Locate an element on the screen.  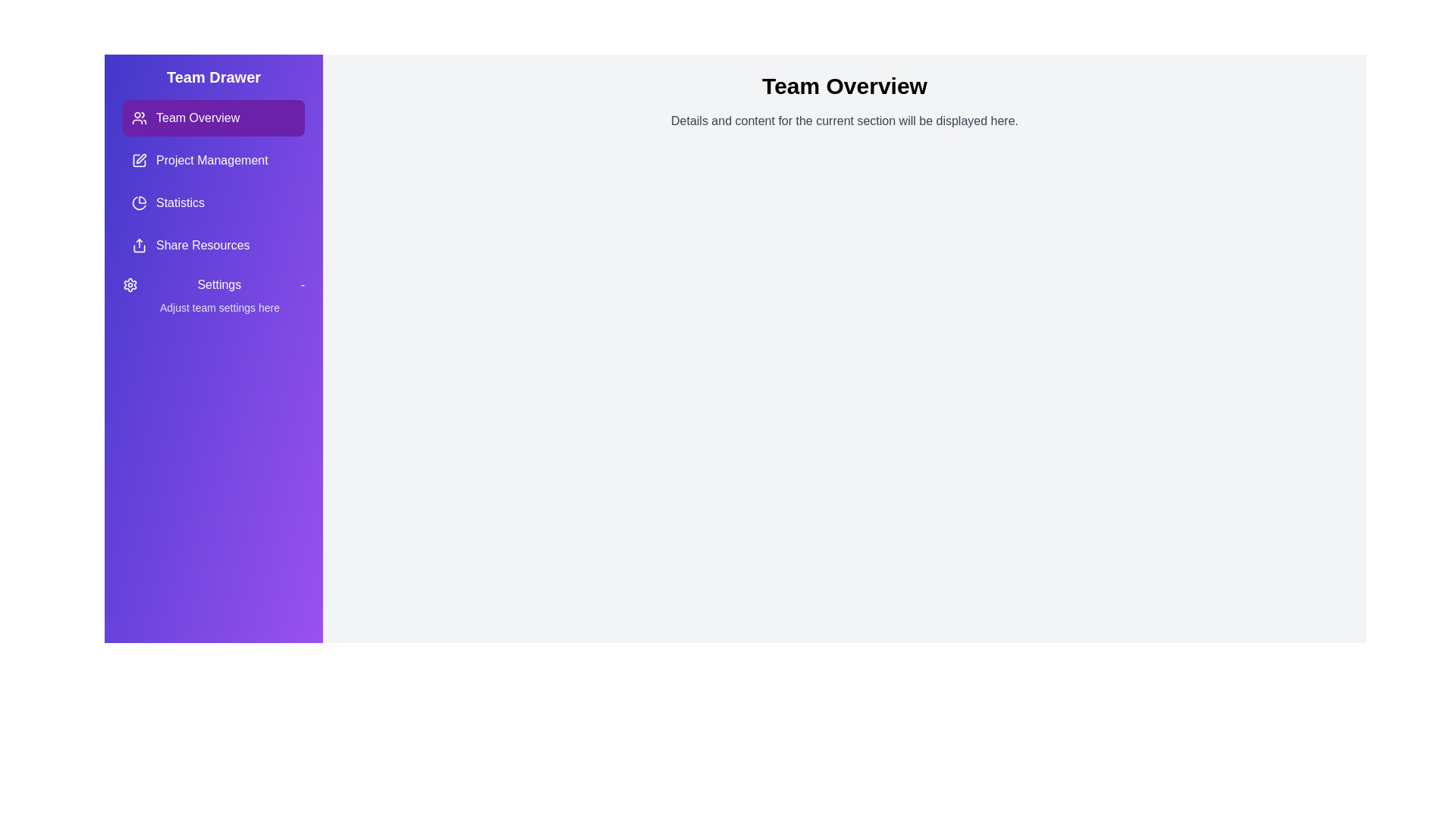
the tab Statistics to switch to that section is located at coordinates (213, 202).